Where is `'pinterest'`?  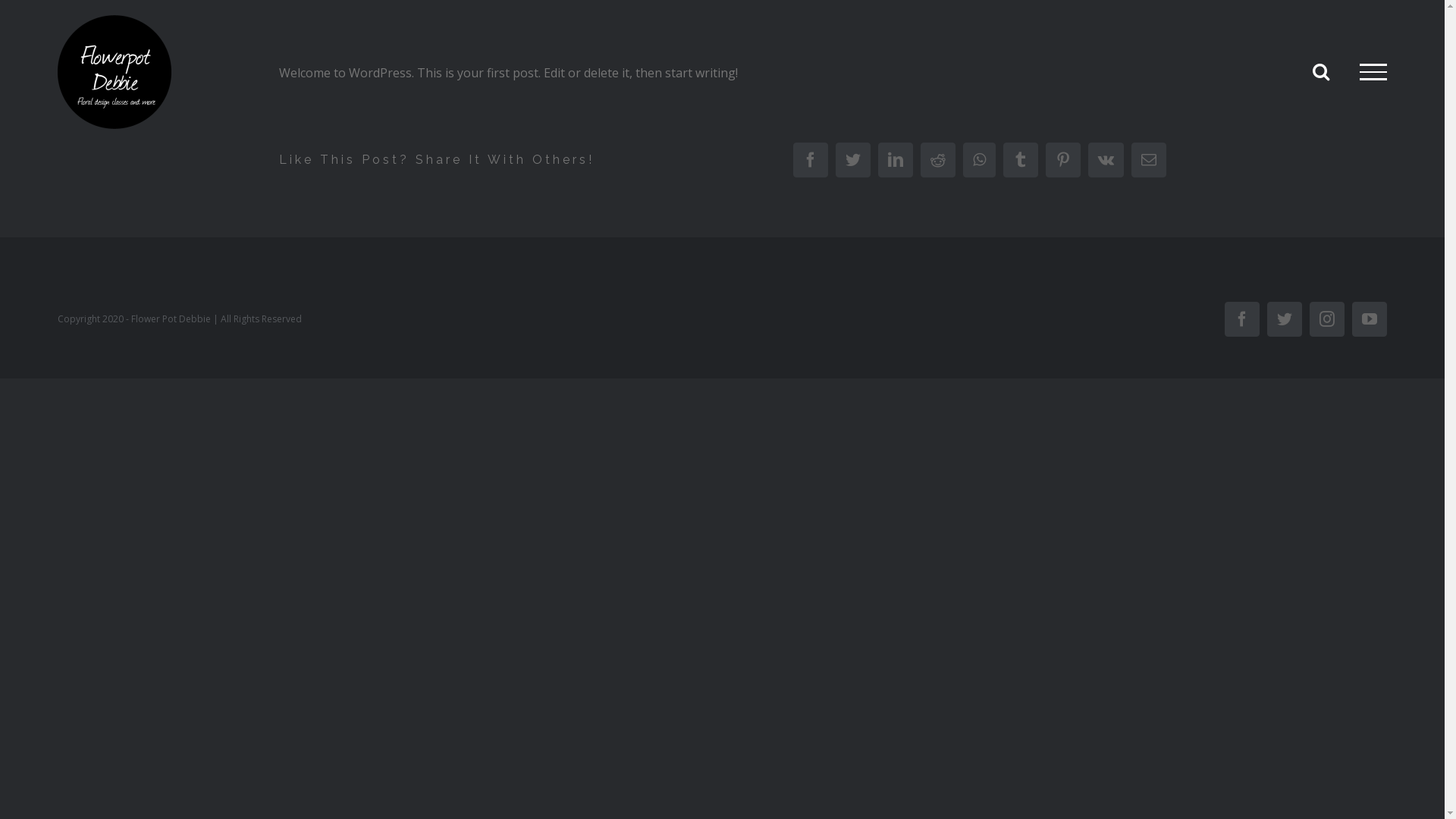
'pinterest' is located at coordinates (1062, 160).